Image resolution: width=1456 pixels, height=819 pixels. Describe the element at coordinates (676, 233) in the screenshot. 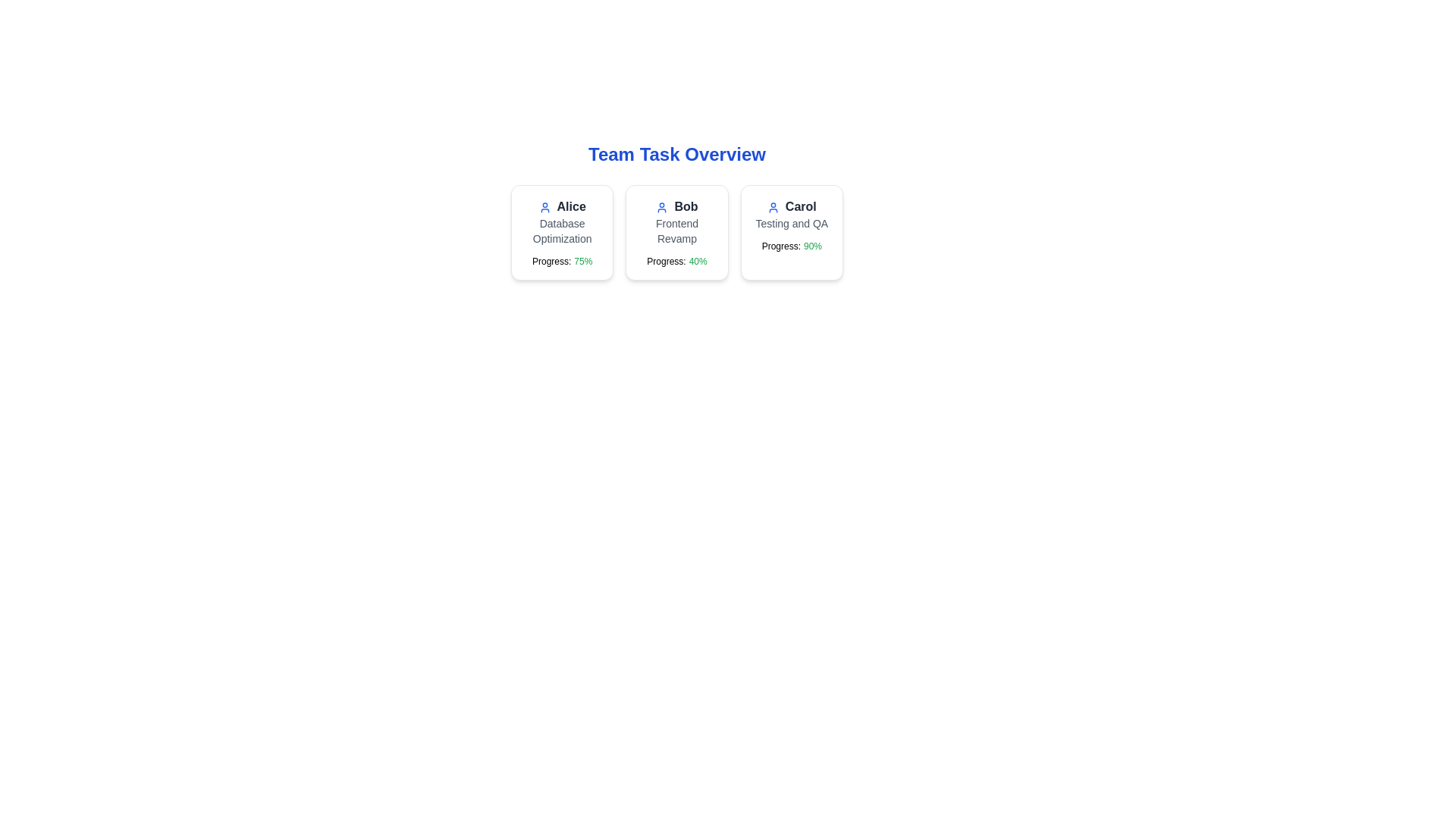

I see `the task card for BobFrontend Revamp` at that location.